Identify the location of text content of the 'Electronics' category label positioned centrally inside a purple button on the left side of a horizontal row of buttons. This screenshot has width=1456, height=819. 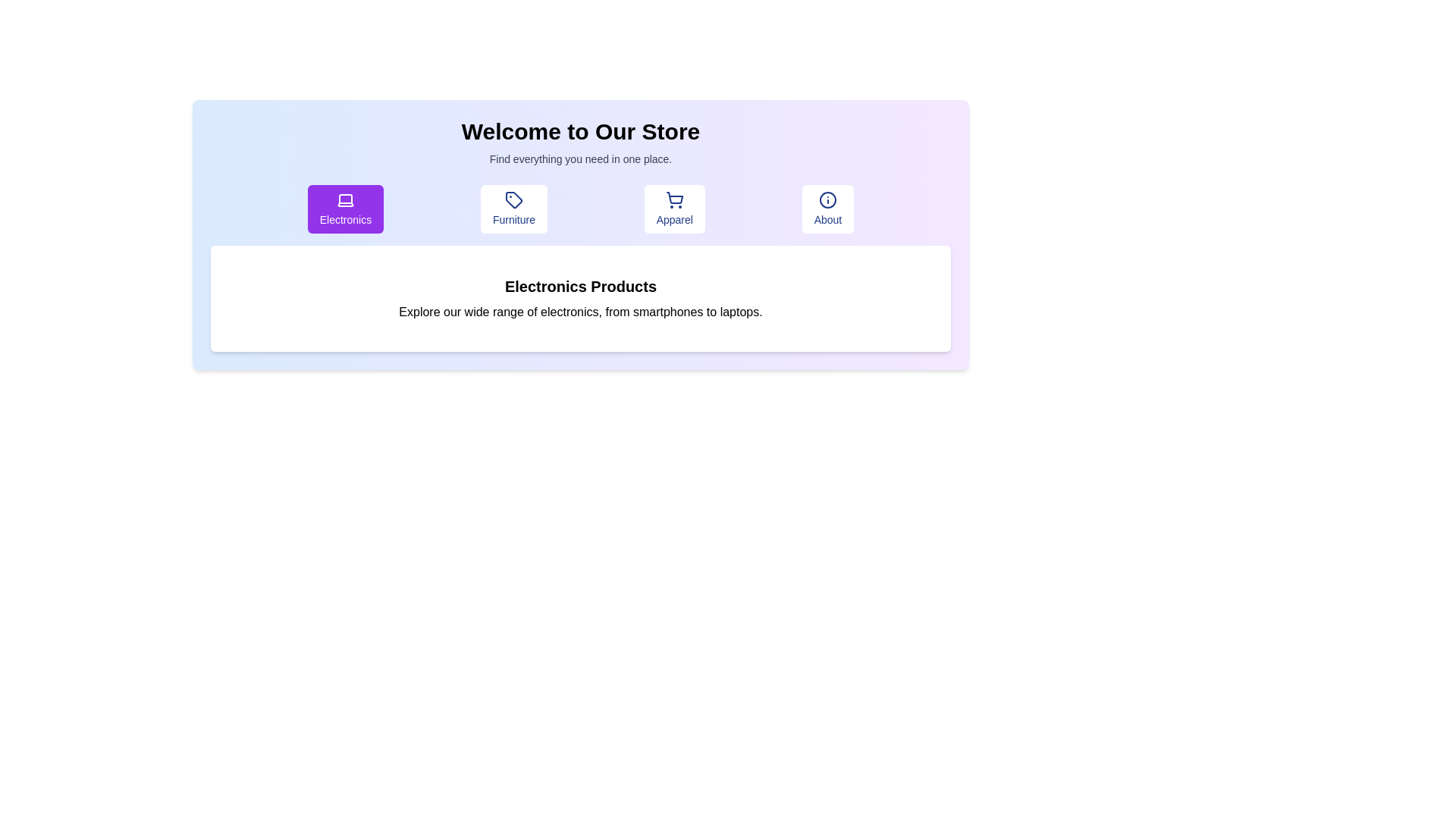
(345, 219).